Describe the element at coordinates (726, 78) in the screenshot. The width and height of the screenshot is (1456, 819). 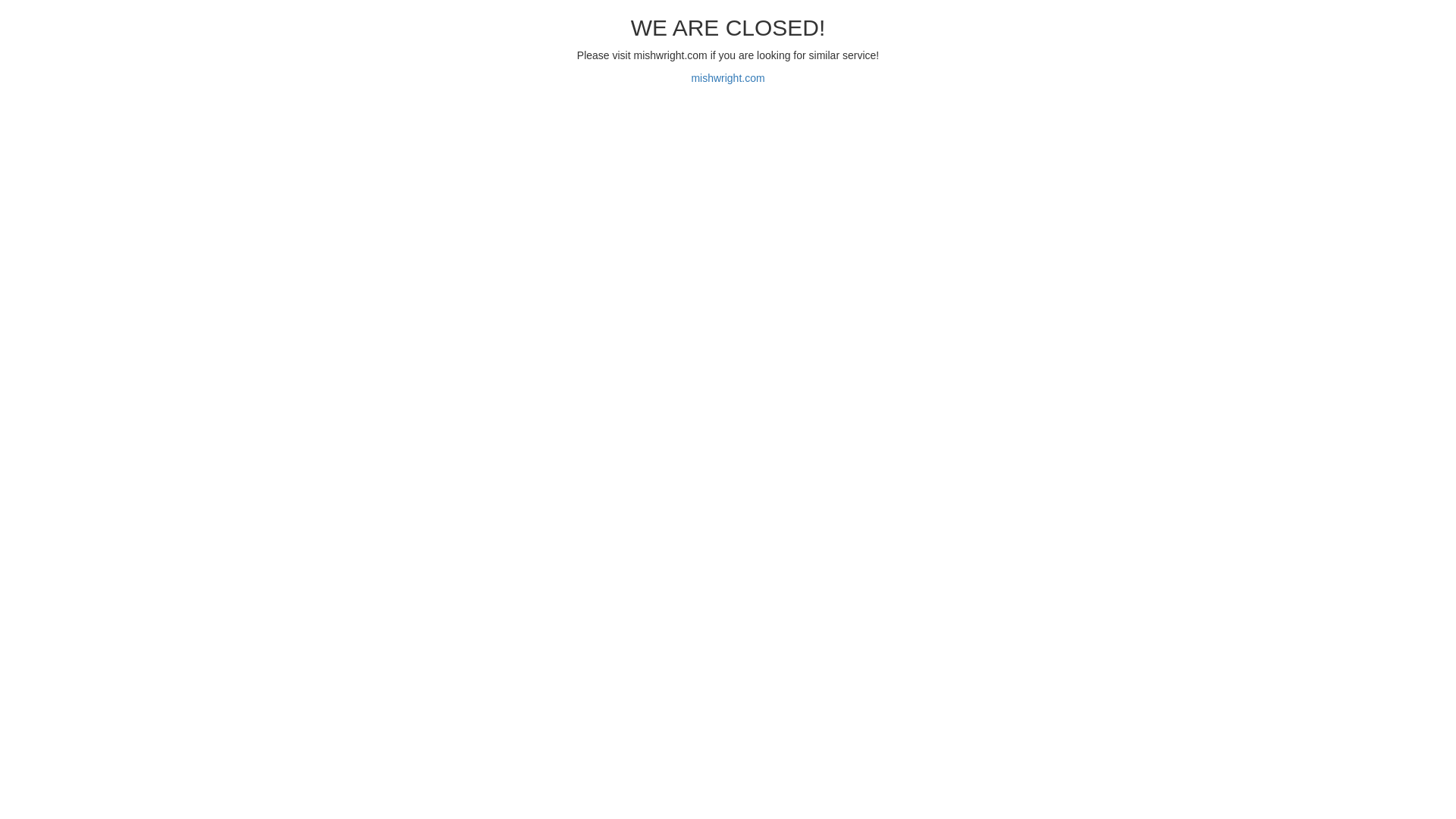
I see `'mishwright.com'` at that location.